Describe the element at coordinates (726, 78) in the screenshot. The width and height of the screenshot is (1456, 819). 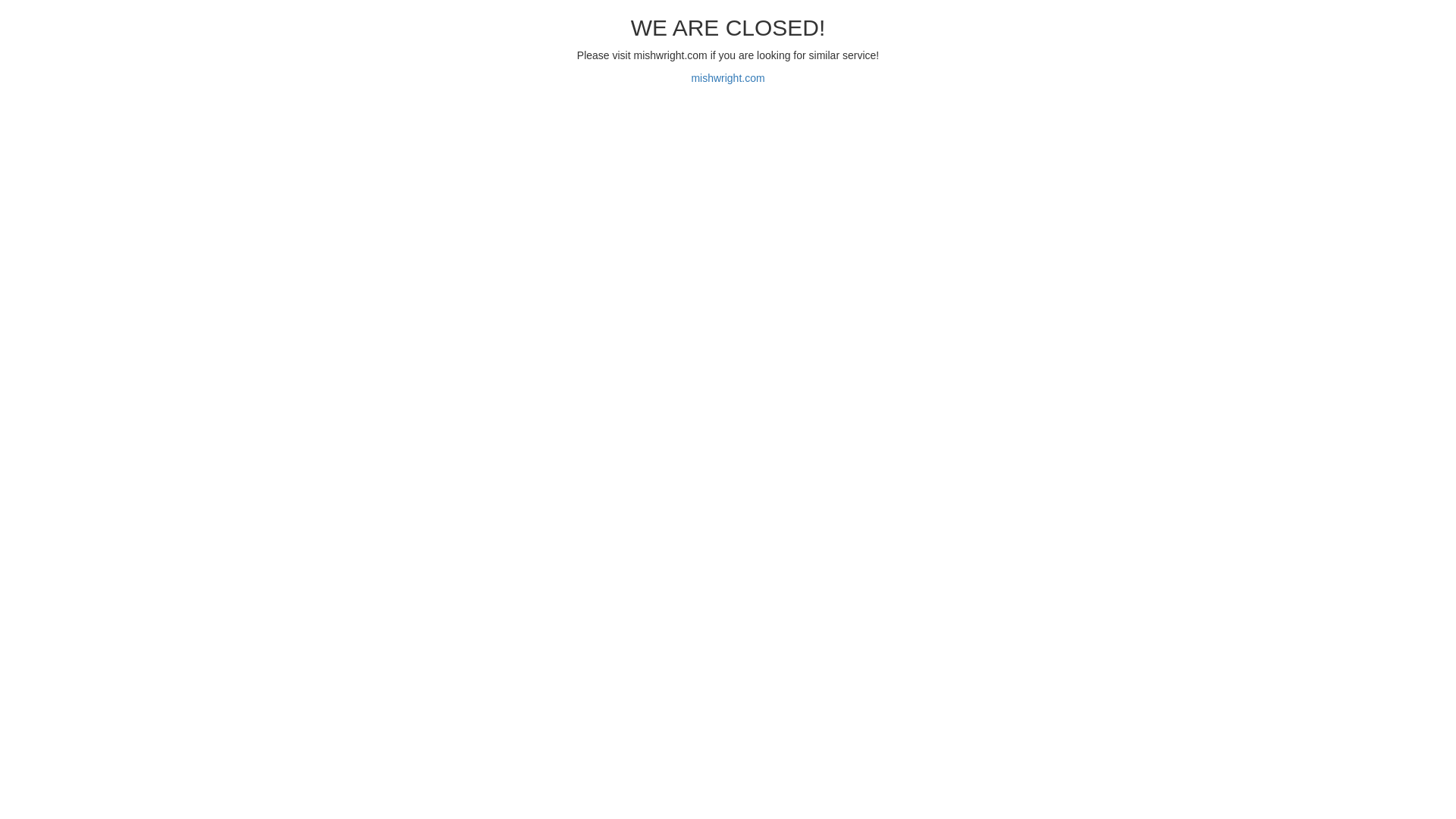
I see `'mishwright.com'` at that location.